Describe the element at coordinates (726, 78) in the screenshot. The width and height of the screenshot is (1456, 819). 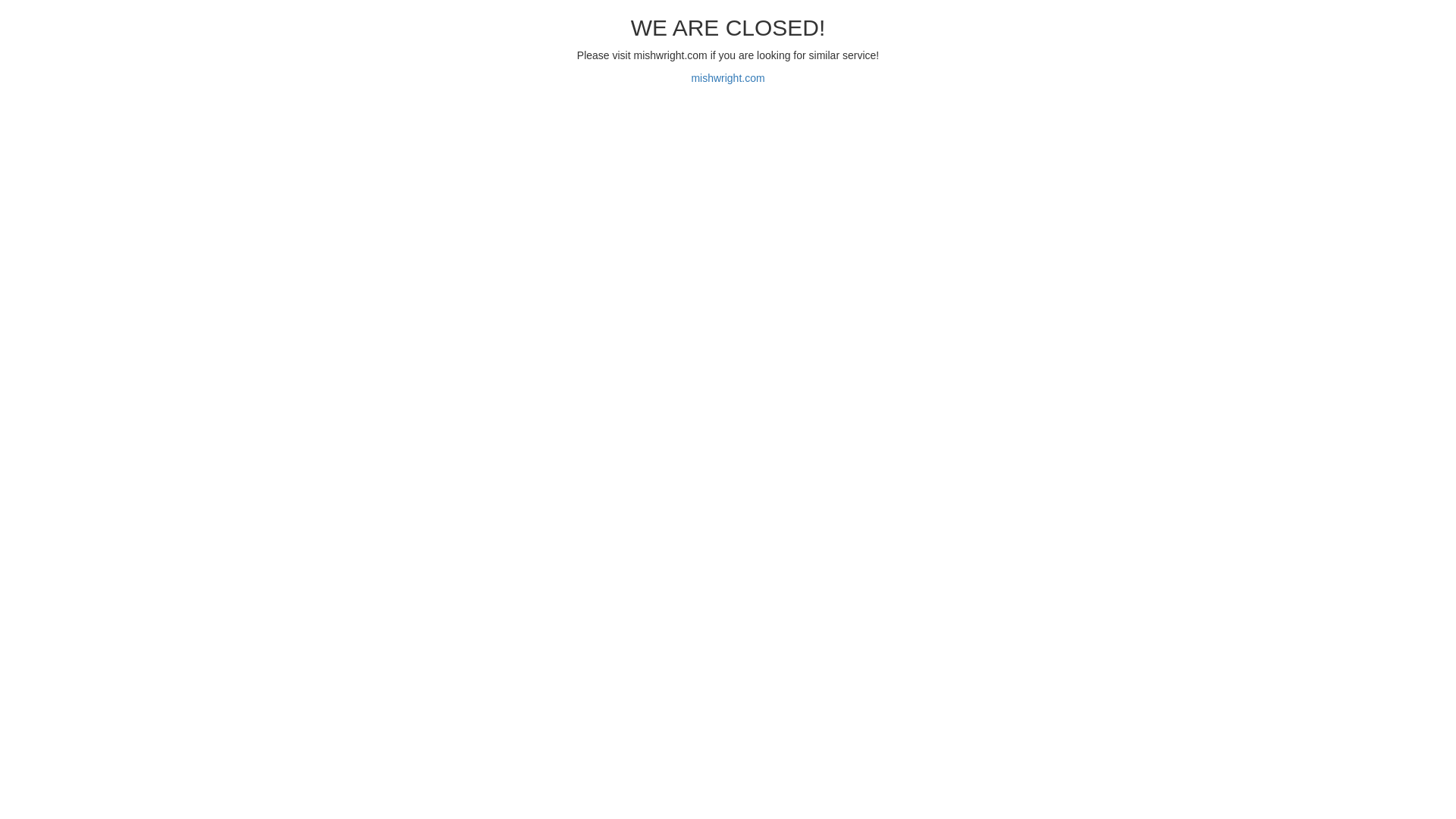
I see `'mishwright.com'` at that location.